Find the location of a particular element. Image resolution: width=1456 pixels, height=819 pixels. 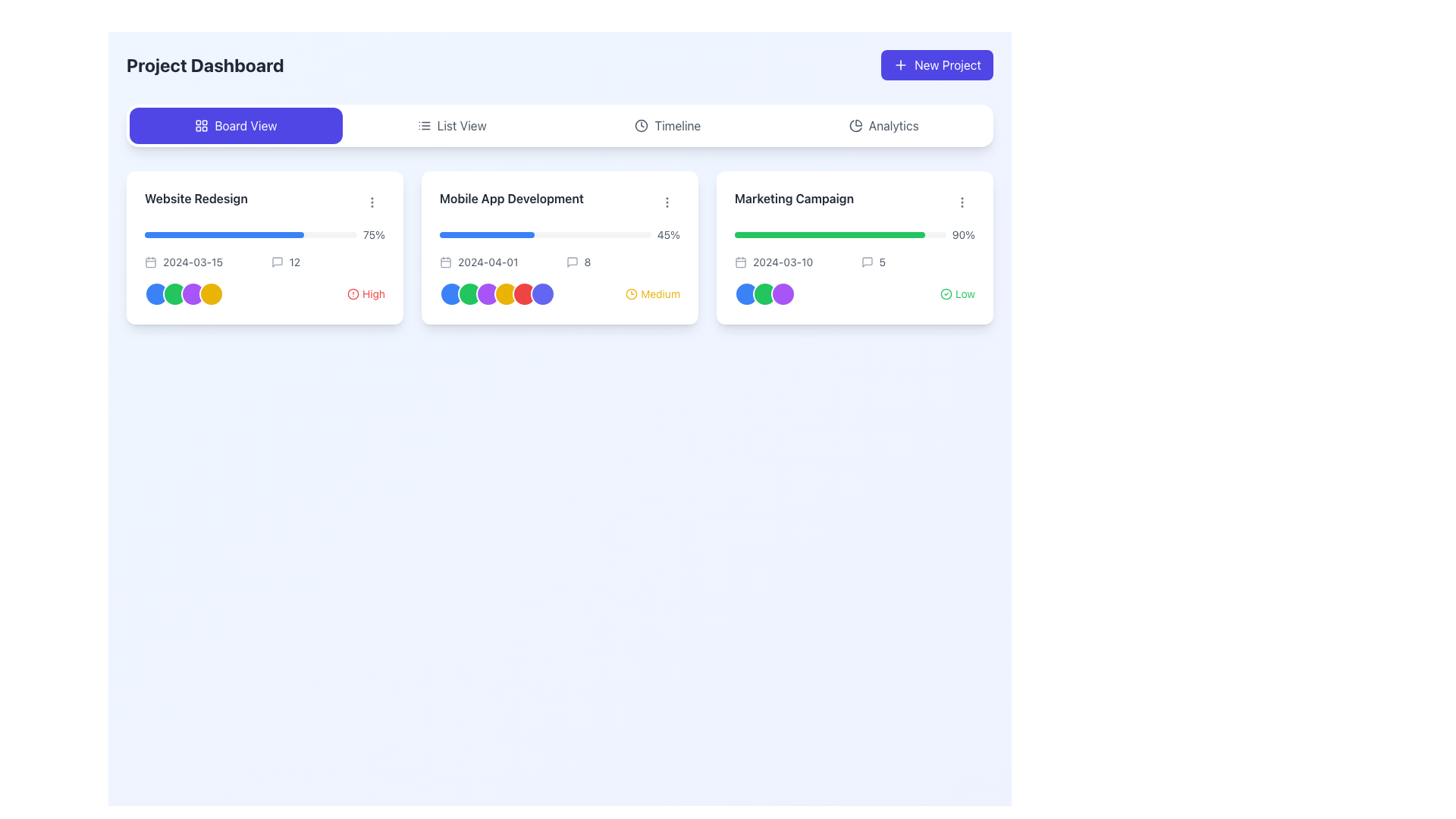

the 'Board View' icon located at the top left section of the interface within the navigation bar is located at coordinates (201, 124).